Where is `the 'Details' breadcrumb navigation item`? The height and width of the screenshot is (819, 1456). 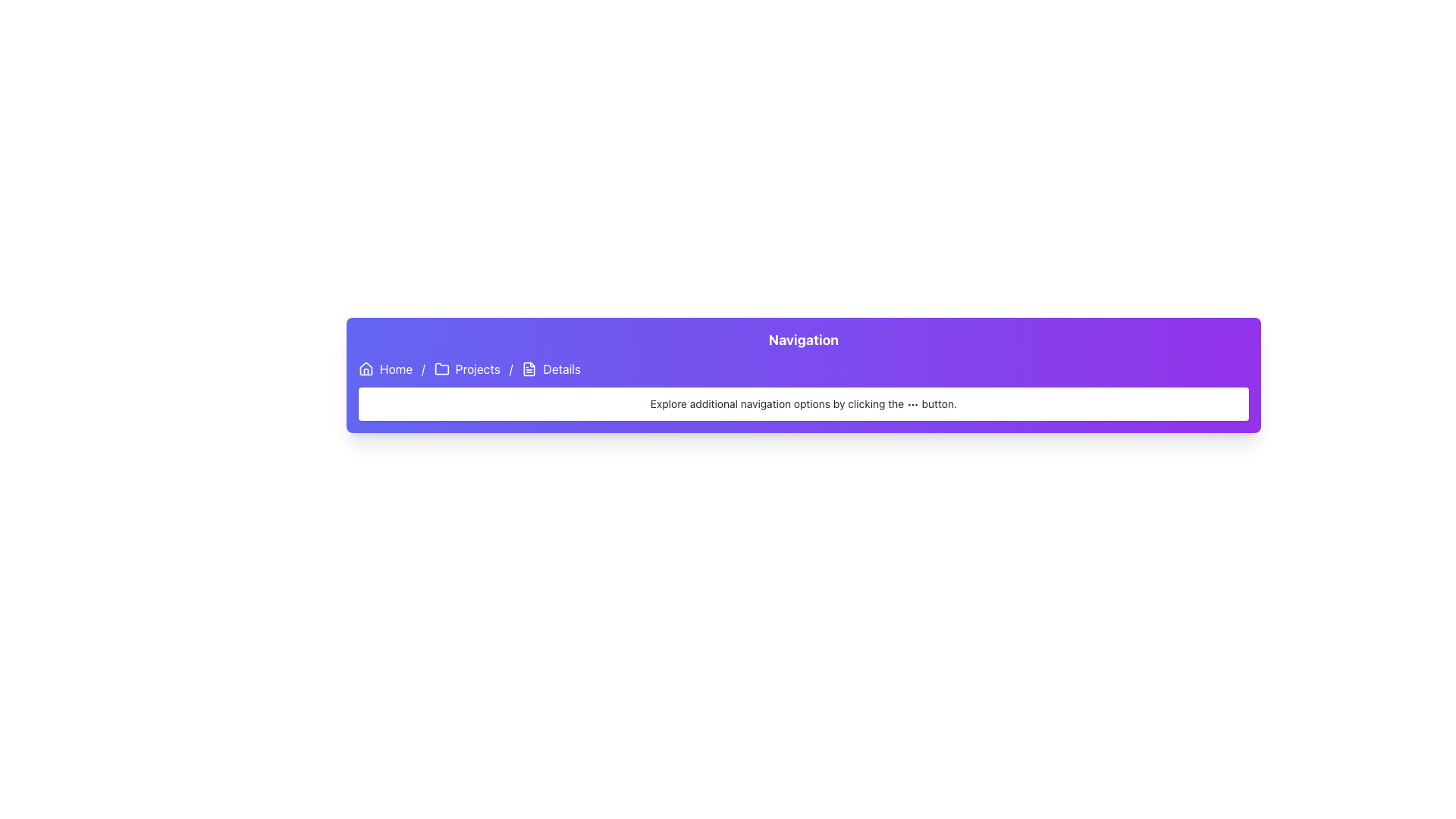
the 'Details' breadcrumb navigation item is located at coordinates (561, 369).